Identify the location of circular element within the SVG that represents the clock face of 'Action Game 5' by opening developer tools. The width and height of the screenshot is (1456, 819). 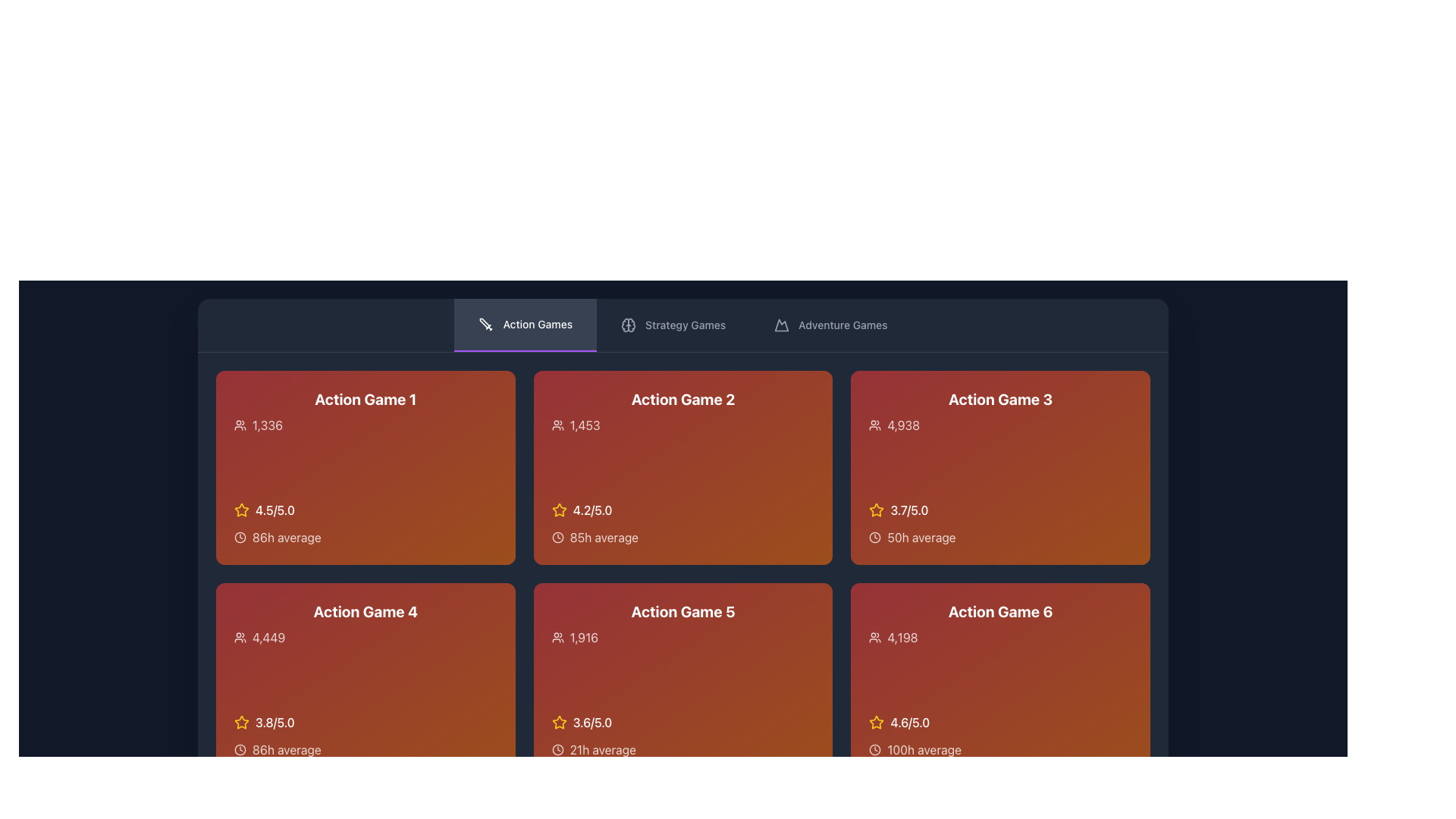
(557, 748).